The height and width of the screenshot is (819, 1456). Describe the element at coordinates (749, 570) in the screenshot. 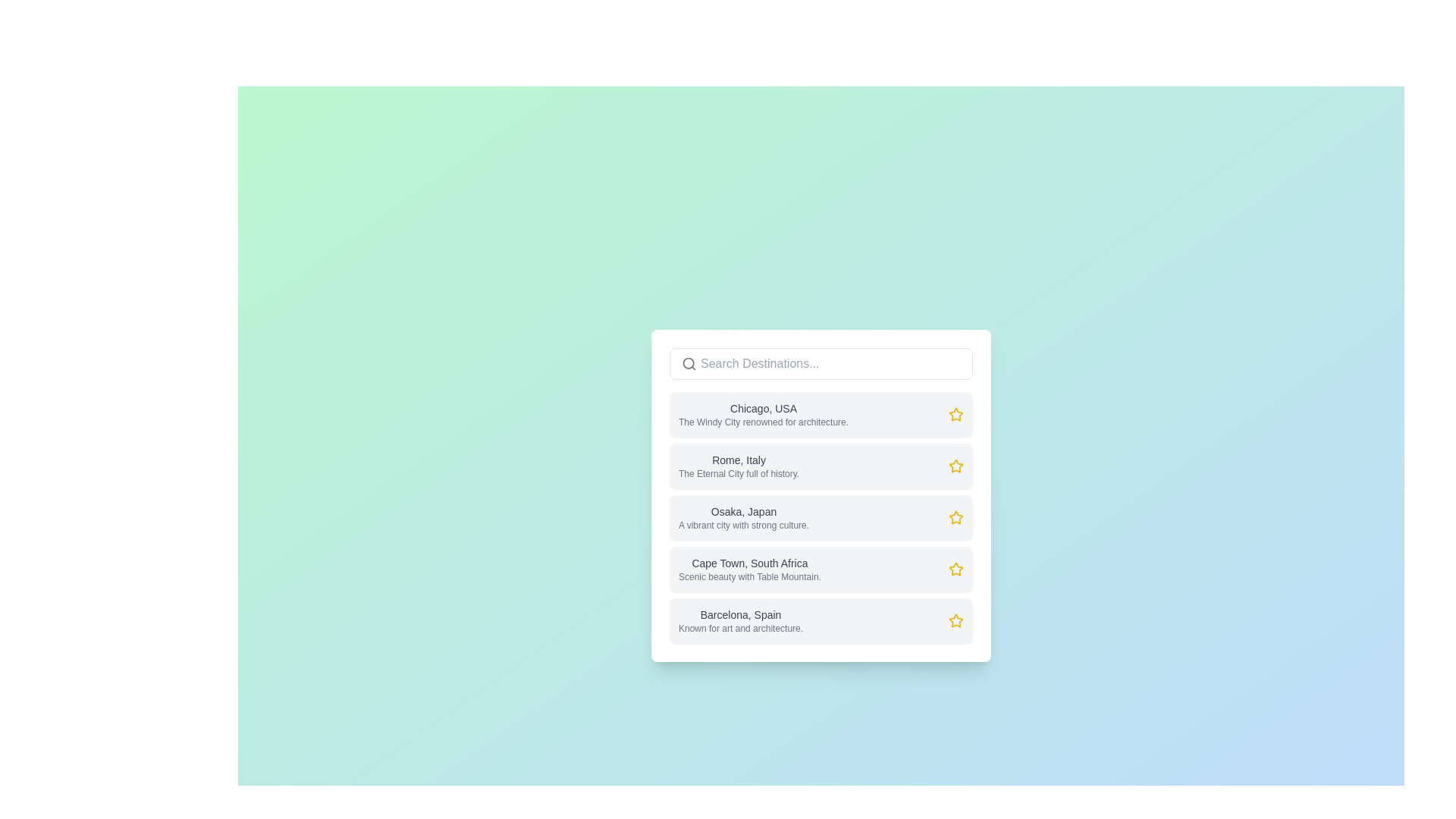

I see `the textual content area displaying information about the destination 'Cape Town, South Africa', which is the fourth item in the vertical list of destinations` at that location.